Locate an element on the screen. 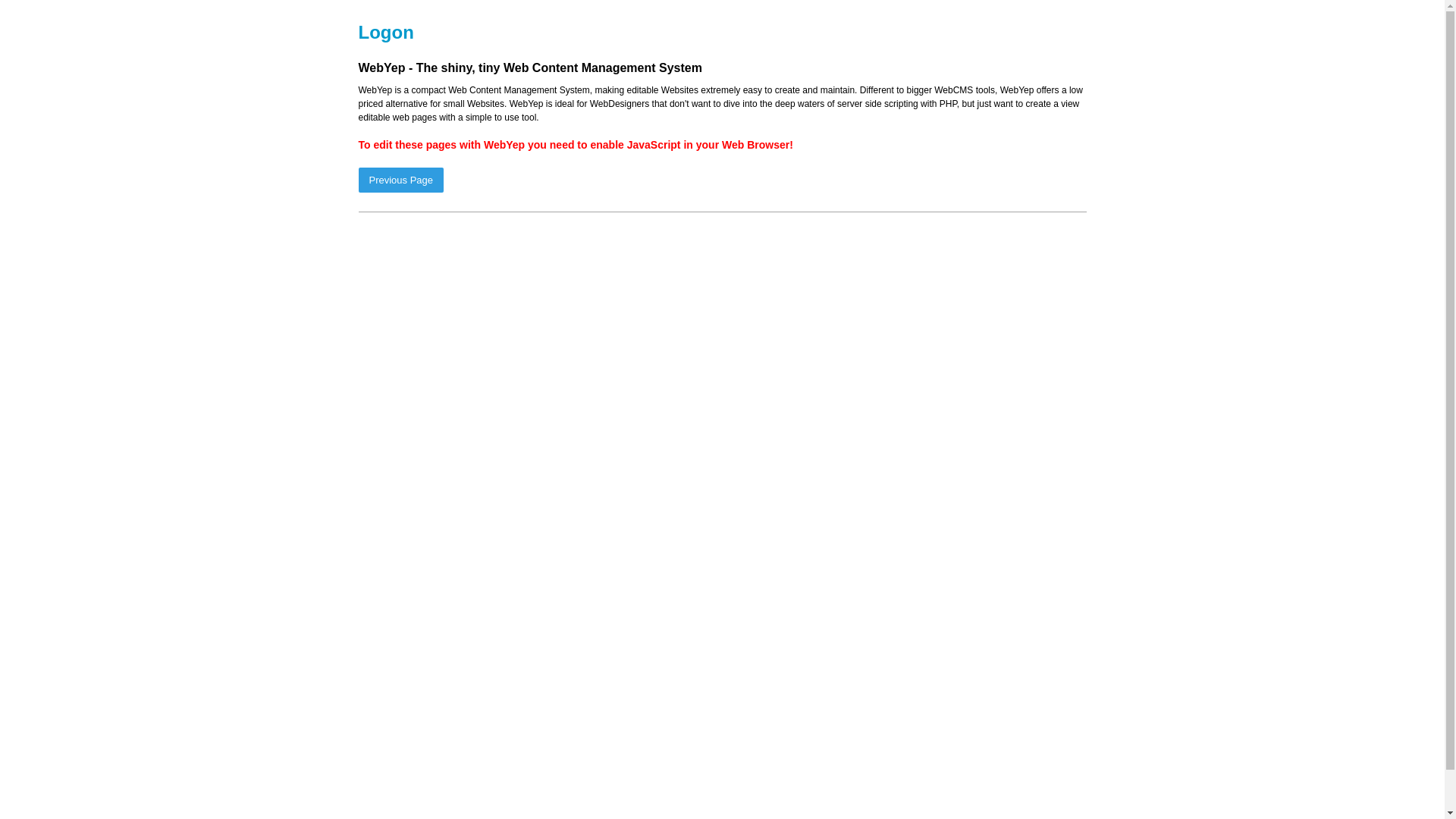  'Previous Page' is located at coordinates (356, 179).